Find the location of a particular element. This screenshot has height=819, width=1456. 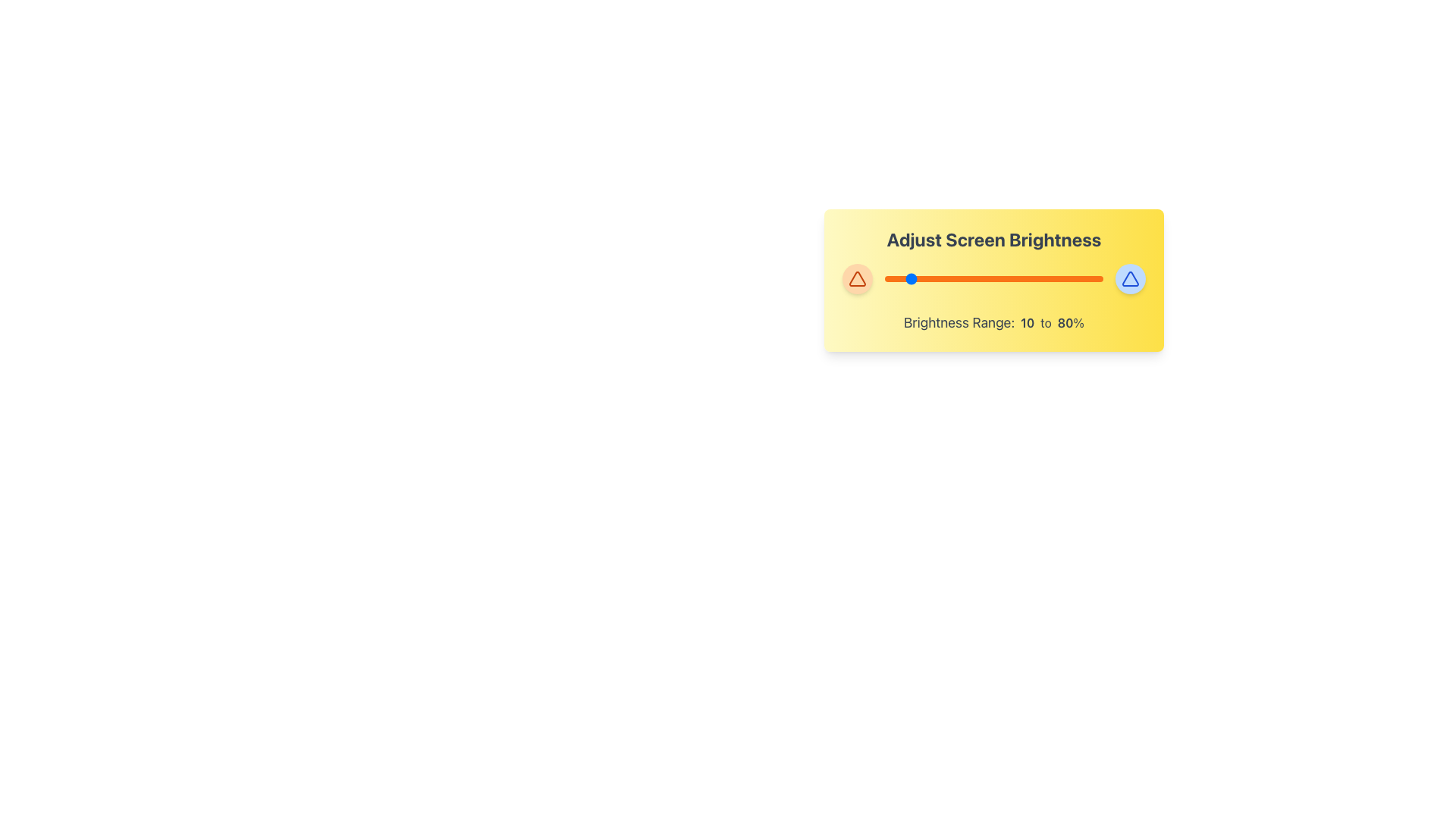

brightness is located at coordinates (897, 278).